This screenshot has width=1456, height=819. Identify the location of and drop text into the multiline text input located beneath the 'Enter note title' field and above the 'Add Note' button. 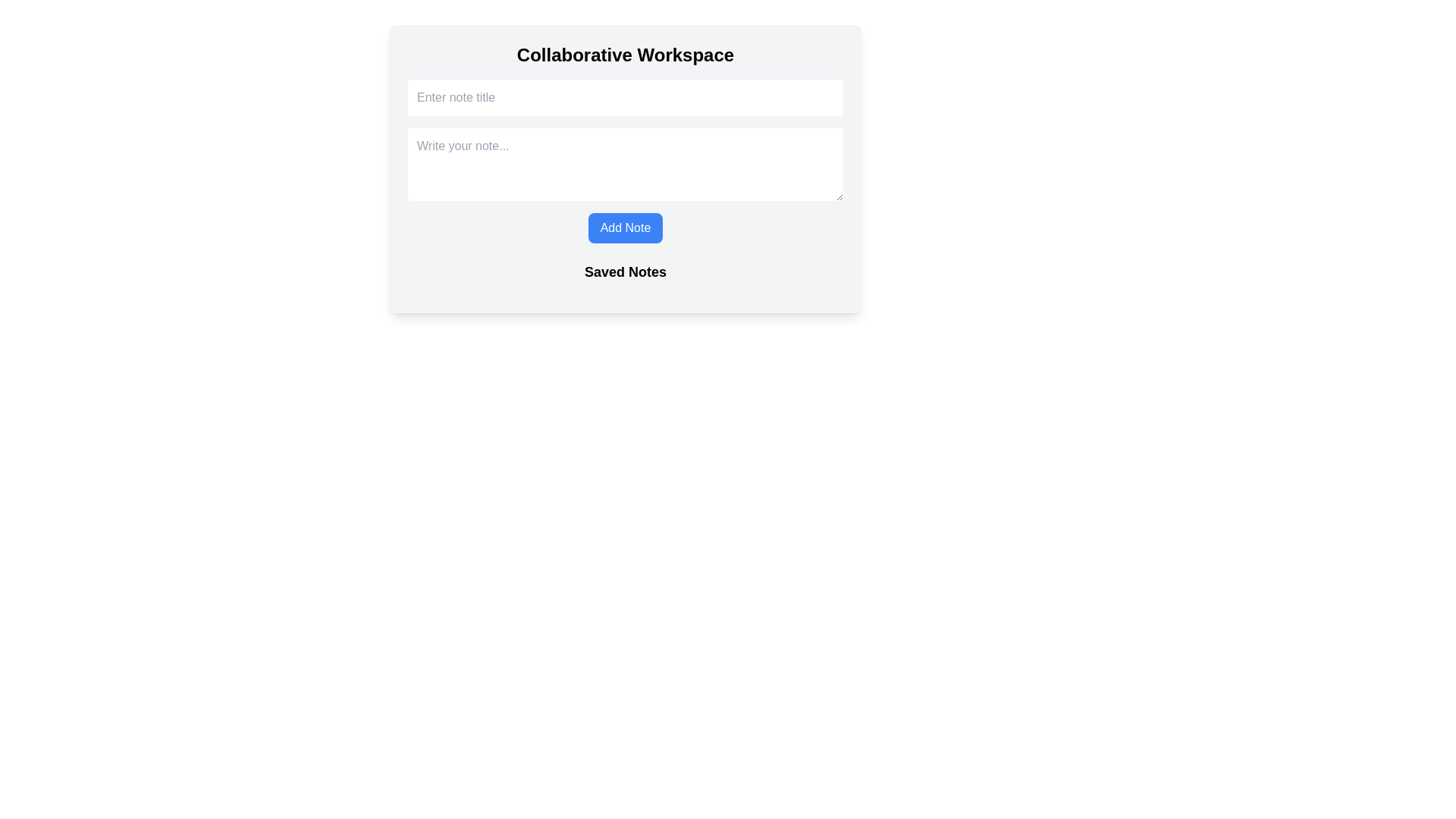
(626, 164).